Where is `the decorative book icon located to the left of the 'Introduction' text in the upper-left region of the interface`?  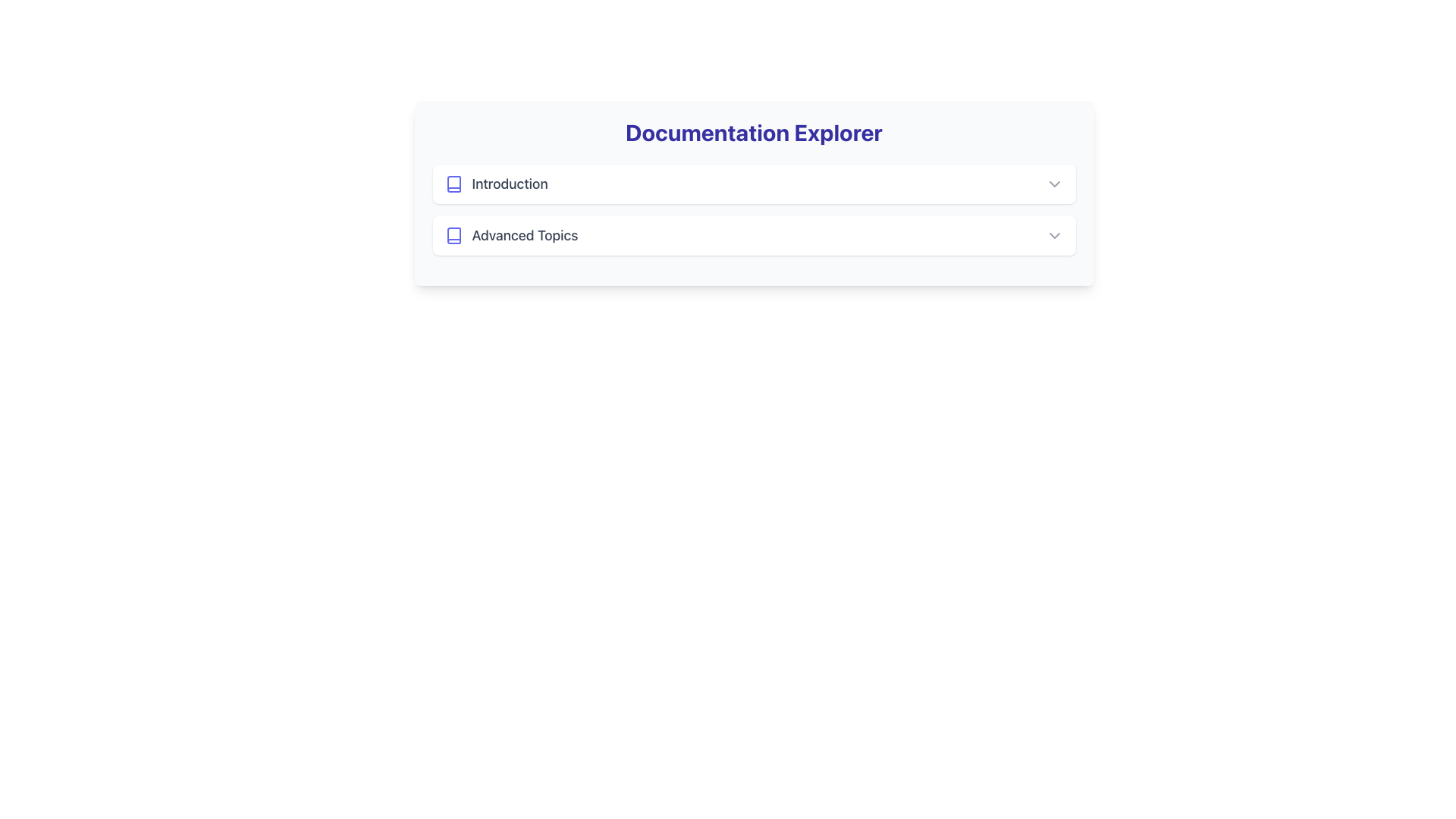
the decorative book icon located to the left of the 'Introduction' text in the upper-left region of the interface is located at coordinates (453, 184).